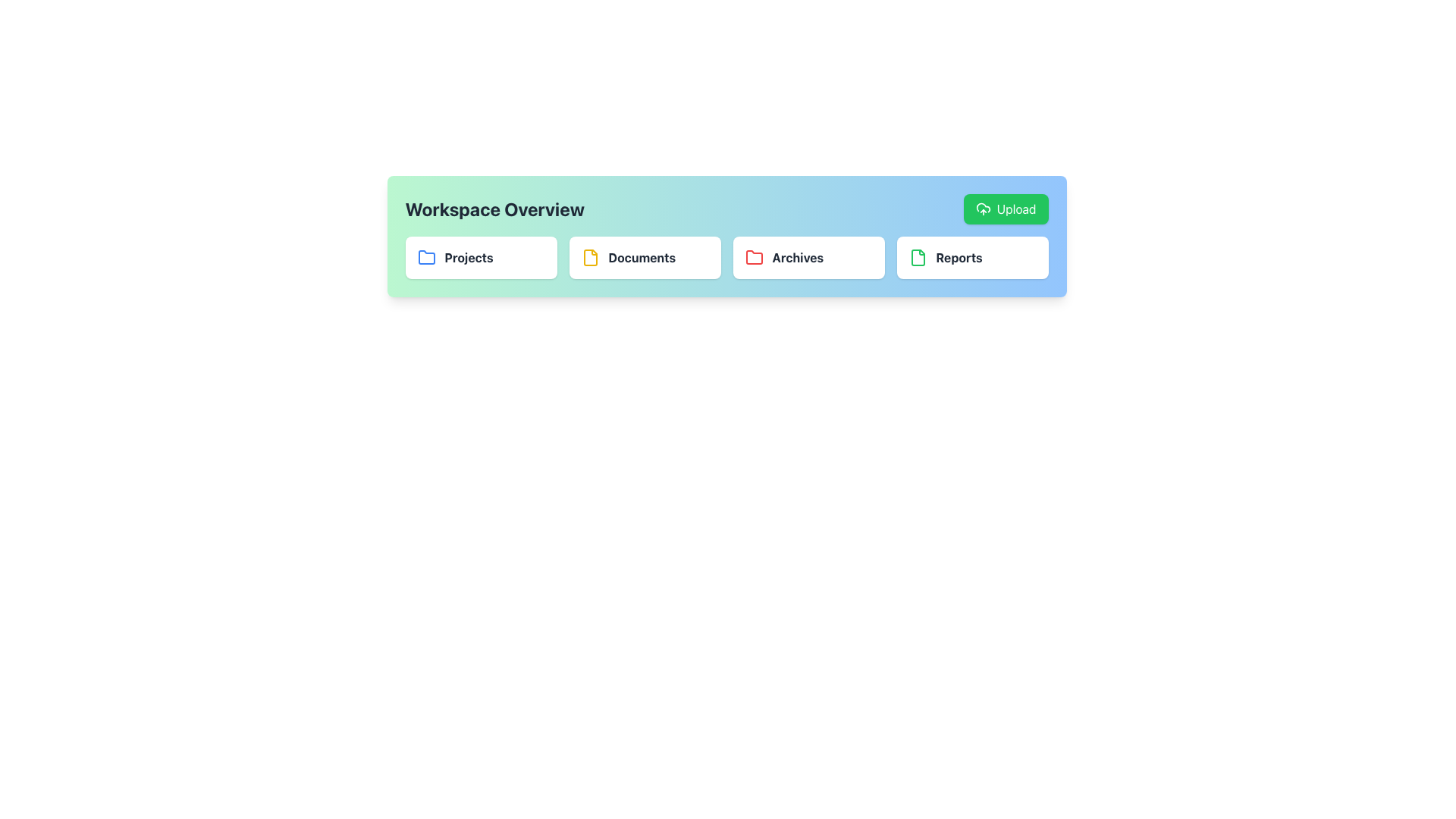 This screenshot has width=1456, height=819. I want to click on the 'Archives' label which is displayed in bold font within a rectangular card that has rounded corners and a red folder icon to the left, so click(797, 256).